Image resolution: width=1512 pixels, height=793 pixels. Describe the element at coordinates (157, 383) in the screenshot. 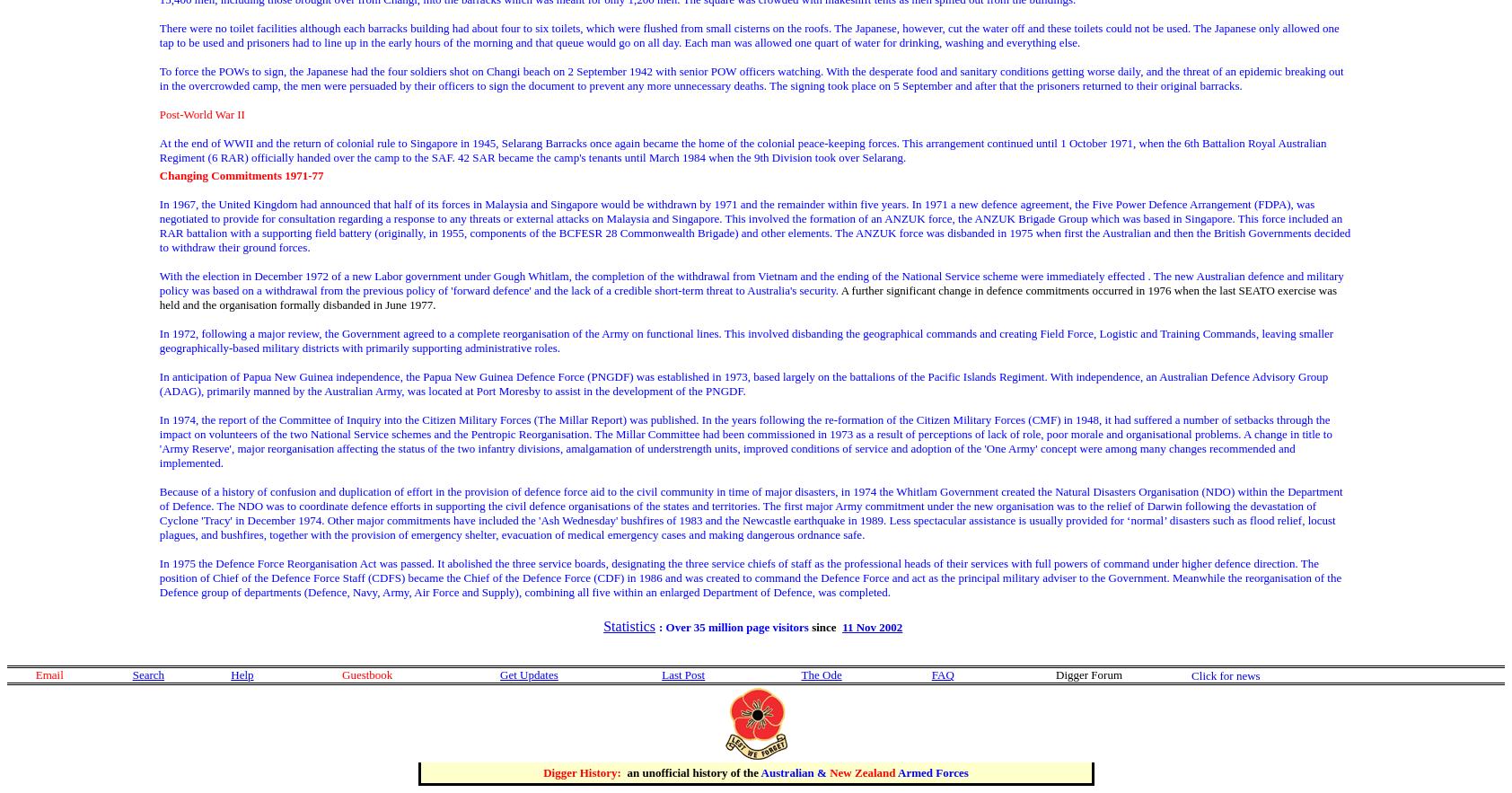

I see `'In anticipation of Papua New Guinea independence, the Papua New Guinea
      Defence Force (PNGDF) was established in 1973, based largely on the
      battalions of the Pacific Islands Regiment. With independence, an
      Australian Defence Advisory Group (ADAG), primarily manned by the
      Australian Army, was located at Port Moresby to assist in the development
      of the PNGDF.'` at that location.